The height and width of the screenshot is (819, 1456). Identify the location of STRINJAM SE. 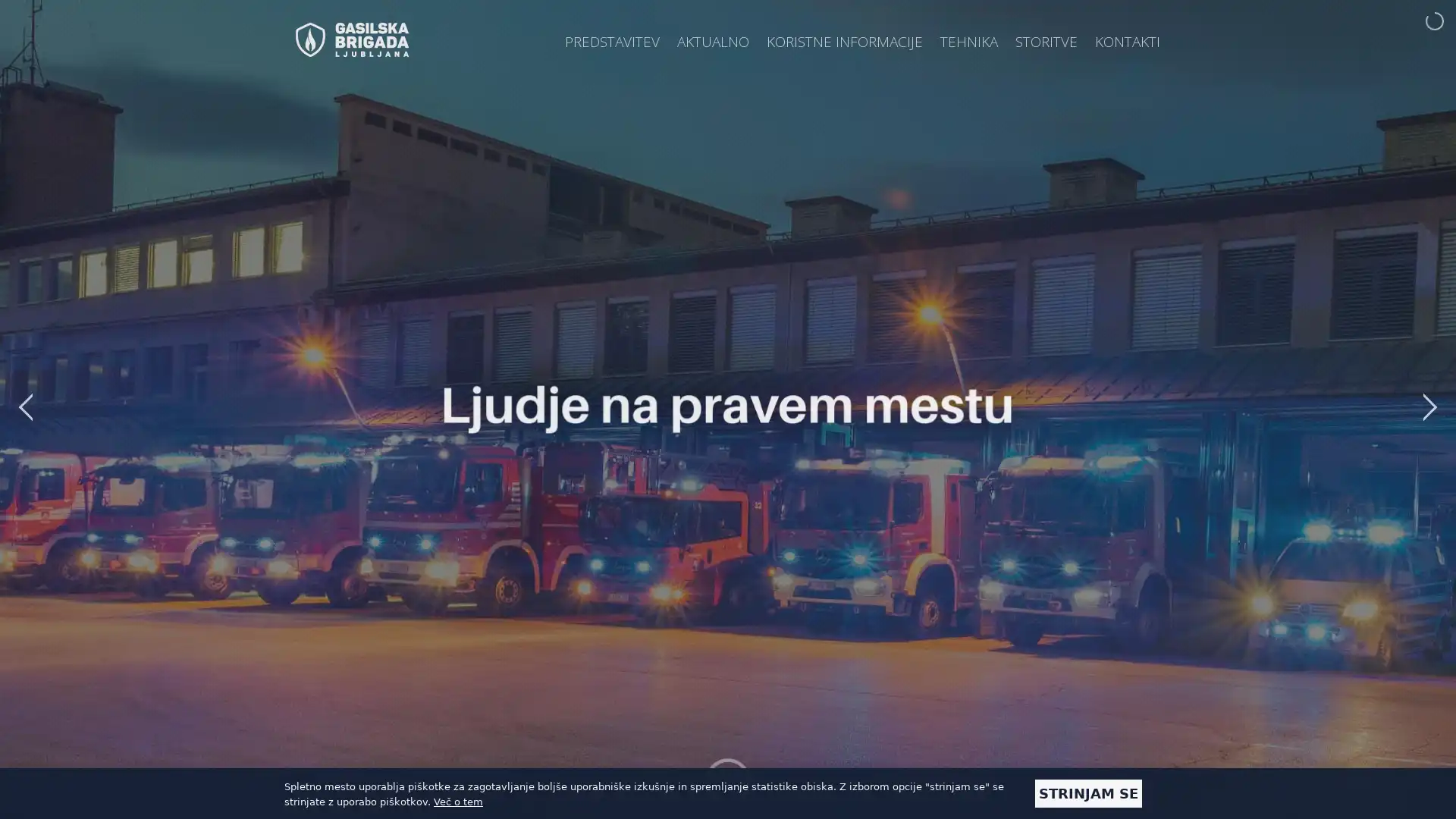
(1087, 792).